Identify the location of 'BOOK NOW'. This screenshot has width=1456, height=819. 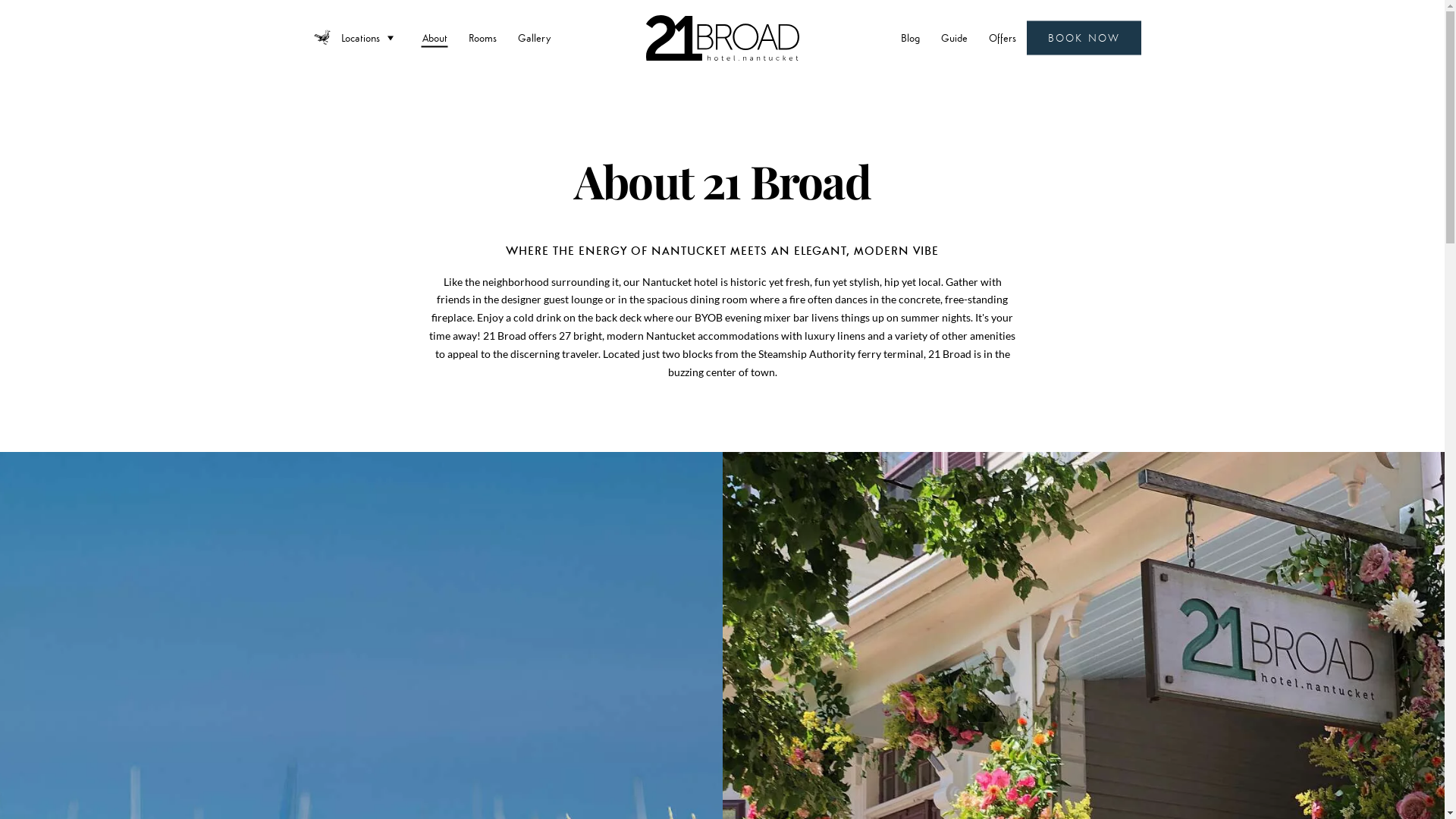
(1083, 37).